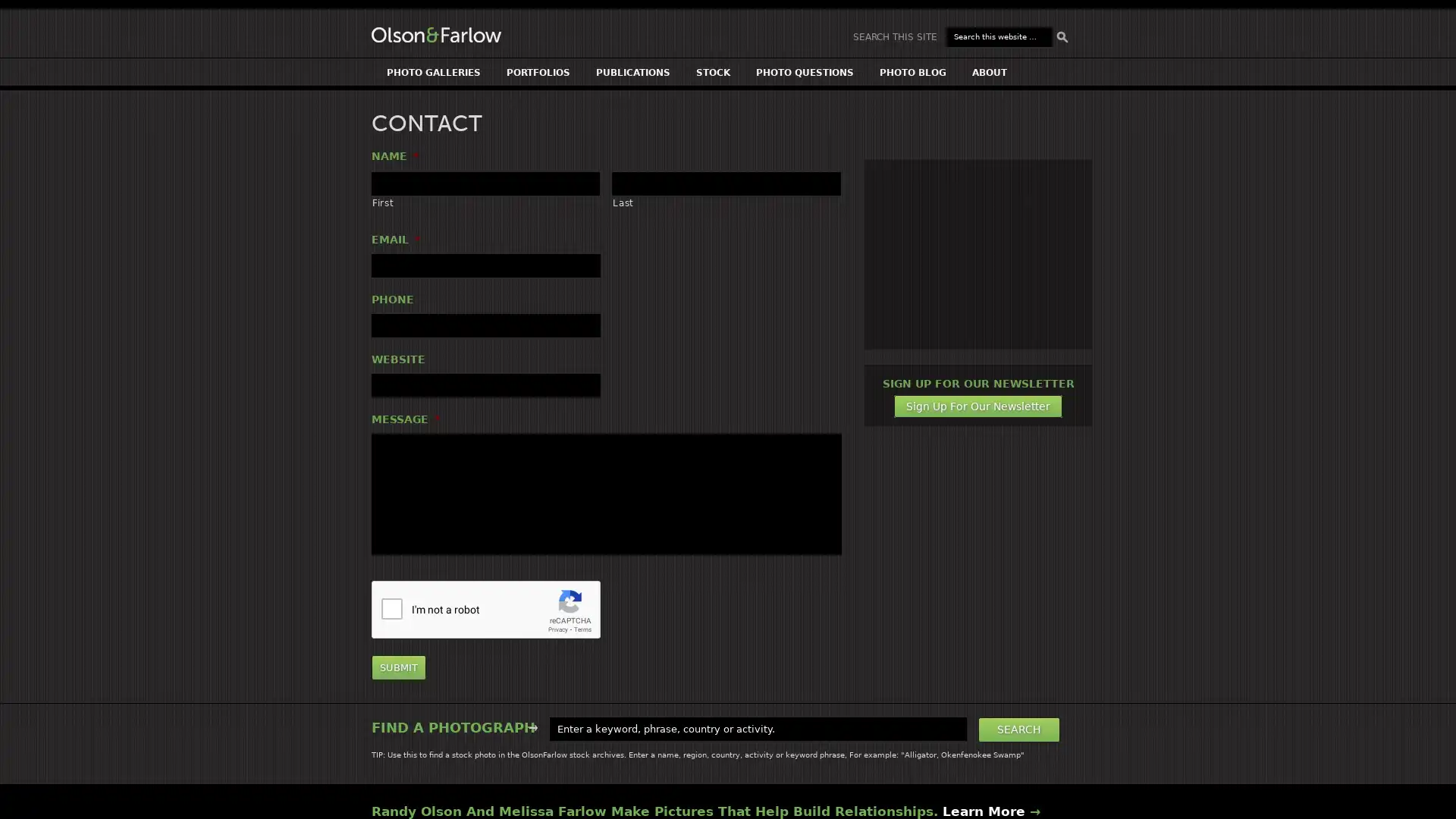  What do you see at coordinates (1019, 728) in the screenshot?
I see `Search` at bounding box center [1019, 728].